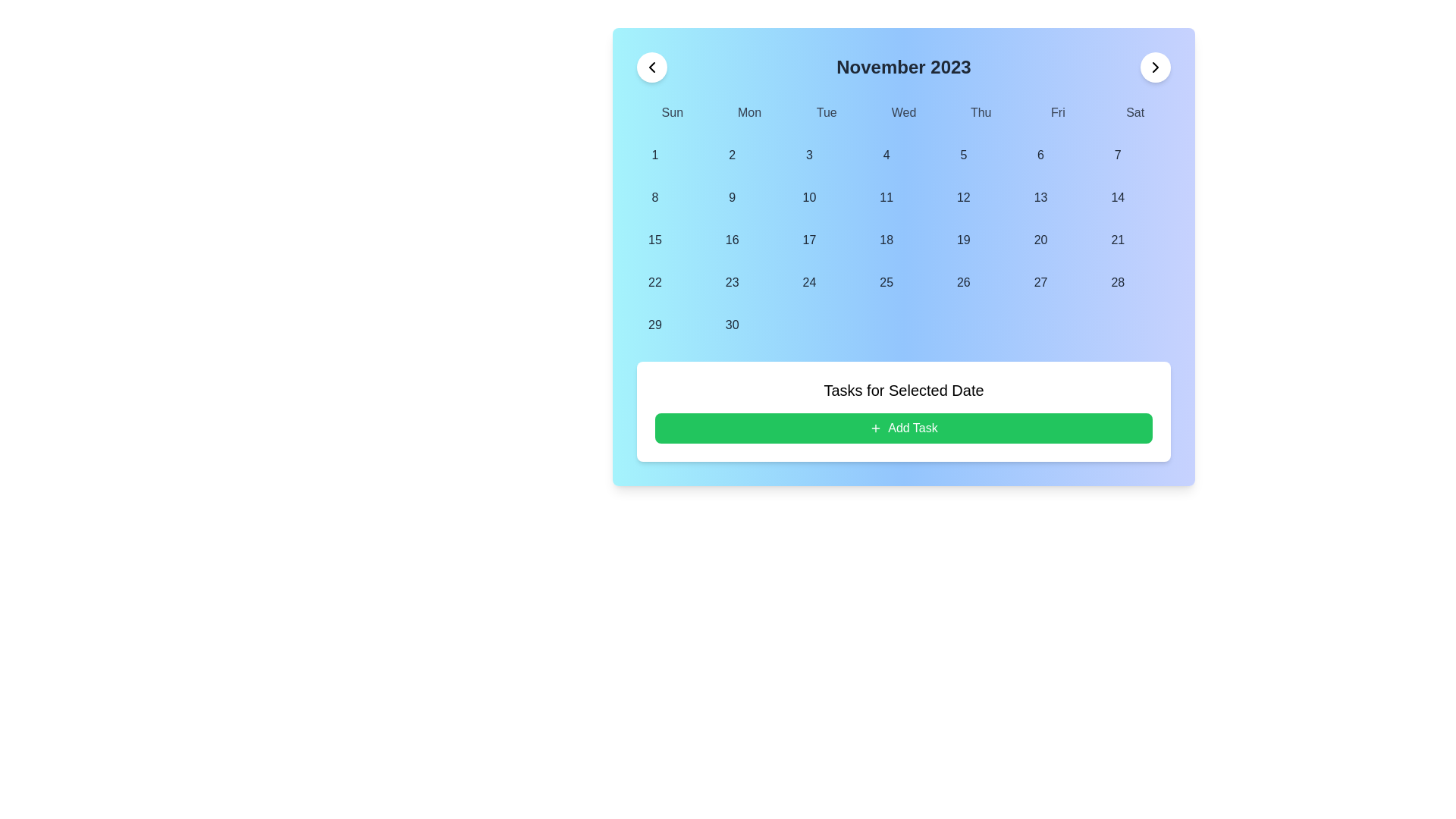  Describe the element at coordinates (655, 155) in the screenshot. I see `the button representing November 1st, 2023, located under the label 'Sun' and above the numeral '8' in the calendar interface` at that location.